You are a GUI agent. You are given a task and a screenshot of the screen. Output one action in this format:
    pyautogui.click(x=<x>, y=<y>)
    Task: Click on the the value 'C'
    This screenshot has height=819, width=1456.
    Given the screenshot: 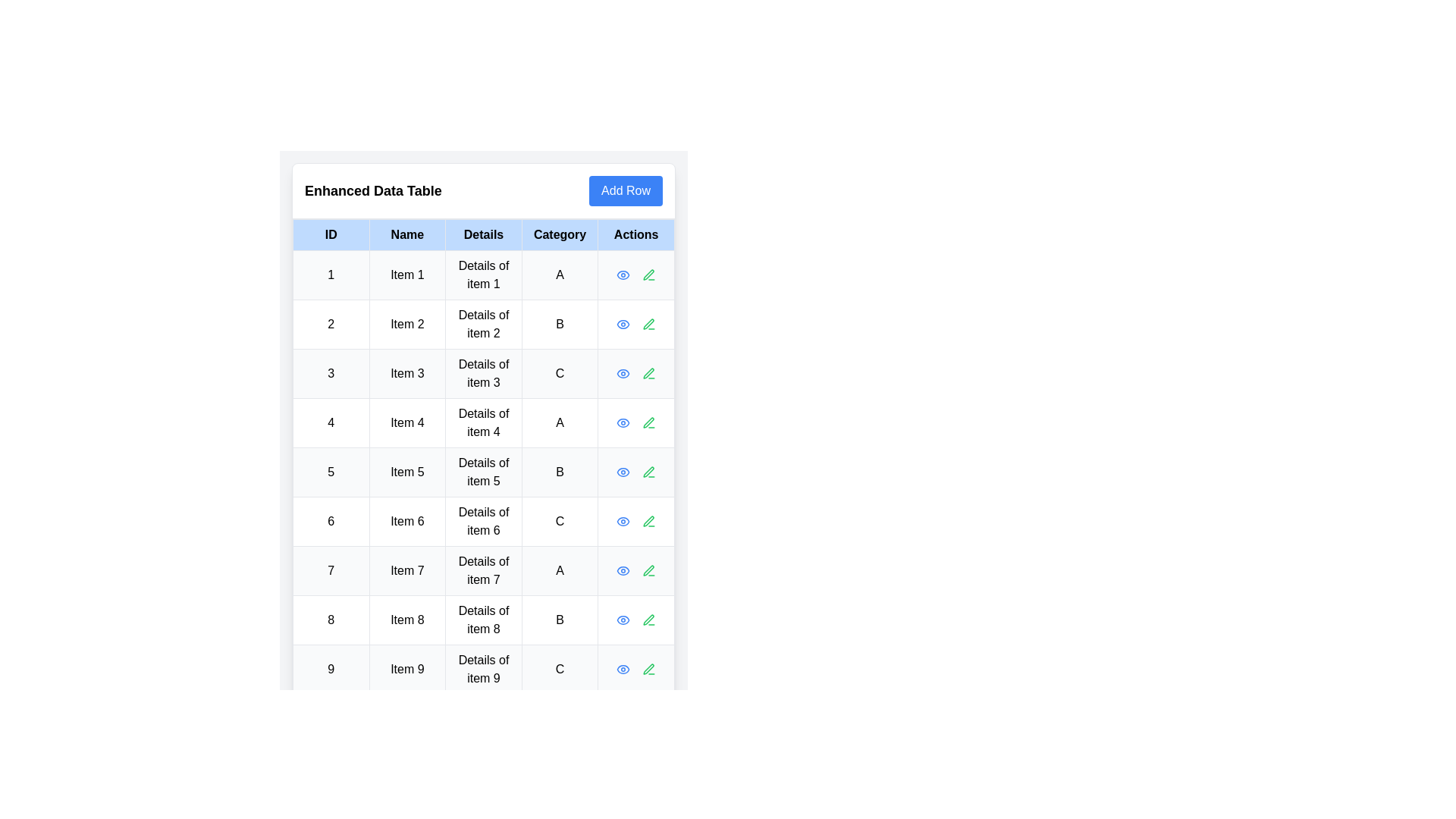 What is the action you would take?
    pyautogui.click(x=559, y=374)
    